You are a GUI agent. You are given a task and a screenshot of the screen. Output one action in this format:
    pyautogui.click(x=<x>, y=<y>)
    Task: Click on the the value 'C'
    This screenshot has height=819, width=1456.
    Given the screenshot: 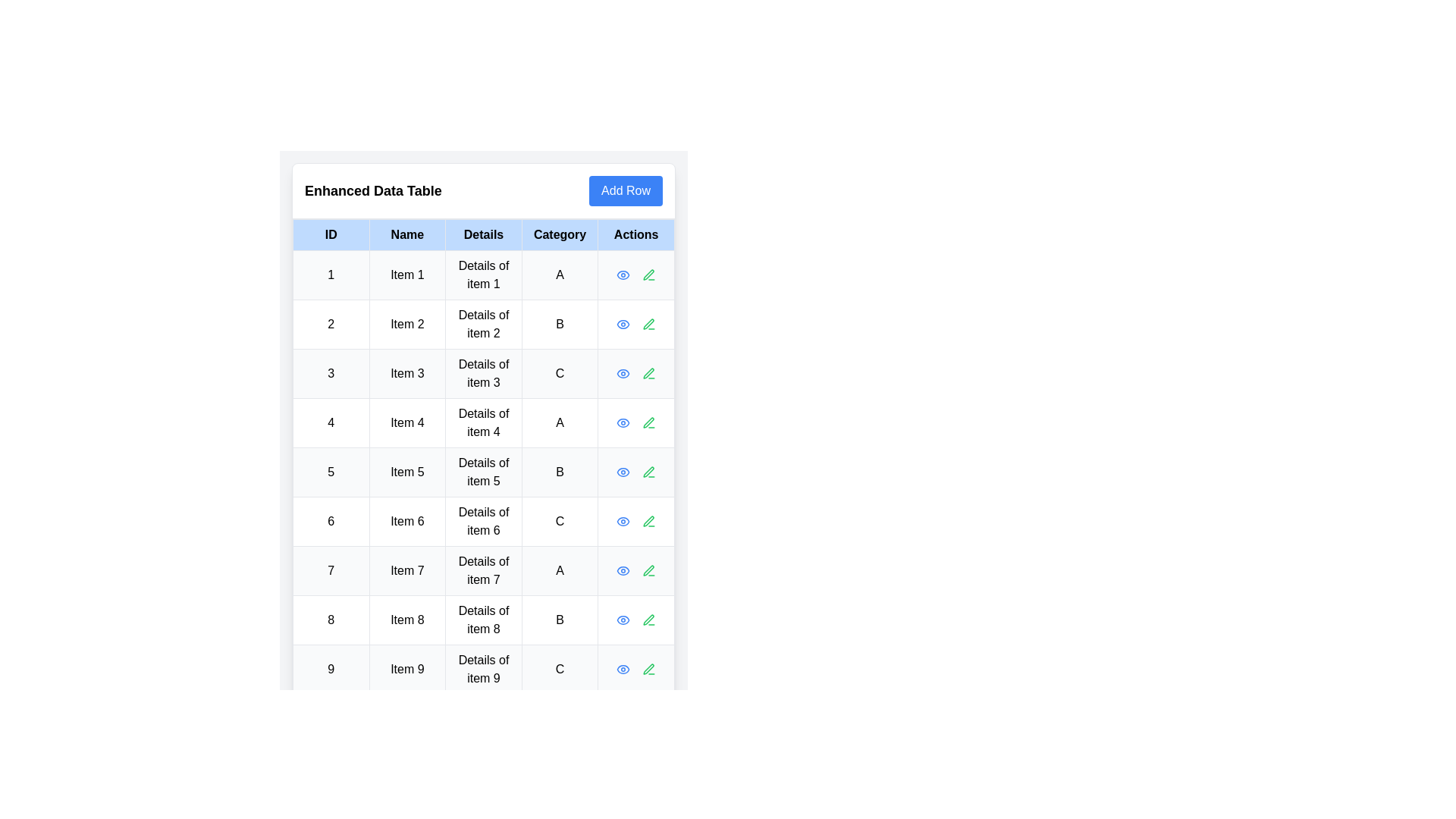 What is the action you would take?
    pyautogui.click(x=559, y=374)
    